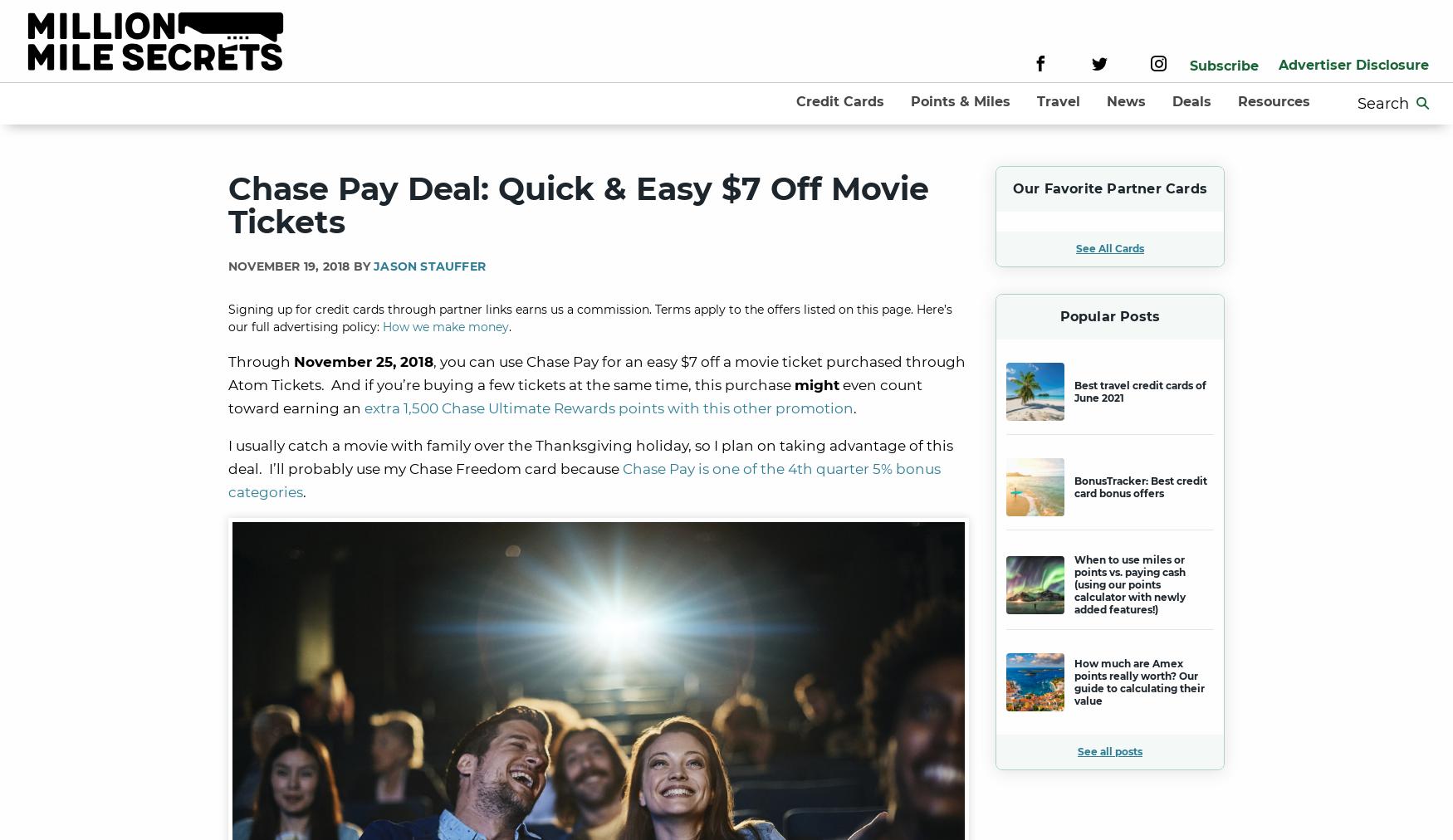 This screenshot has height=840, width=1453. What do you see at coordinates (1028, 149) in the screenshot?
I see `'Airlines'` at bounding box center [1028, 149].